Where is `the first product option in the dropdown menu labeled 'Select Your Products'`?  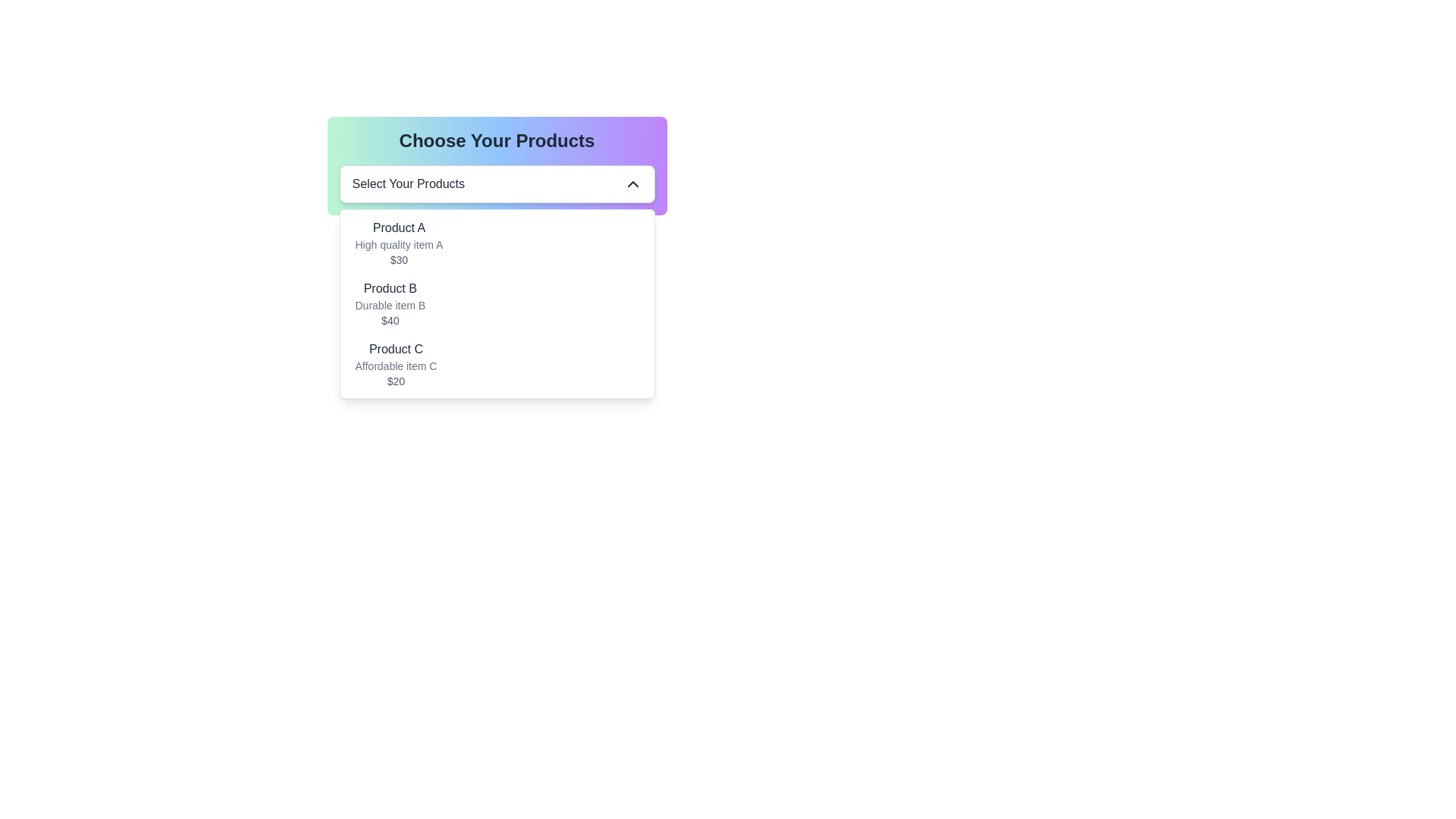 the first product option in the dropdown menu labeled 'Select Your Products' is located at coordinates (497, 242).